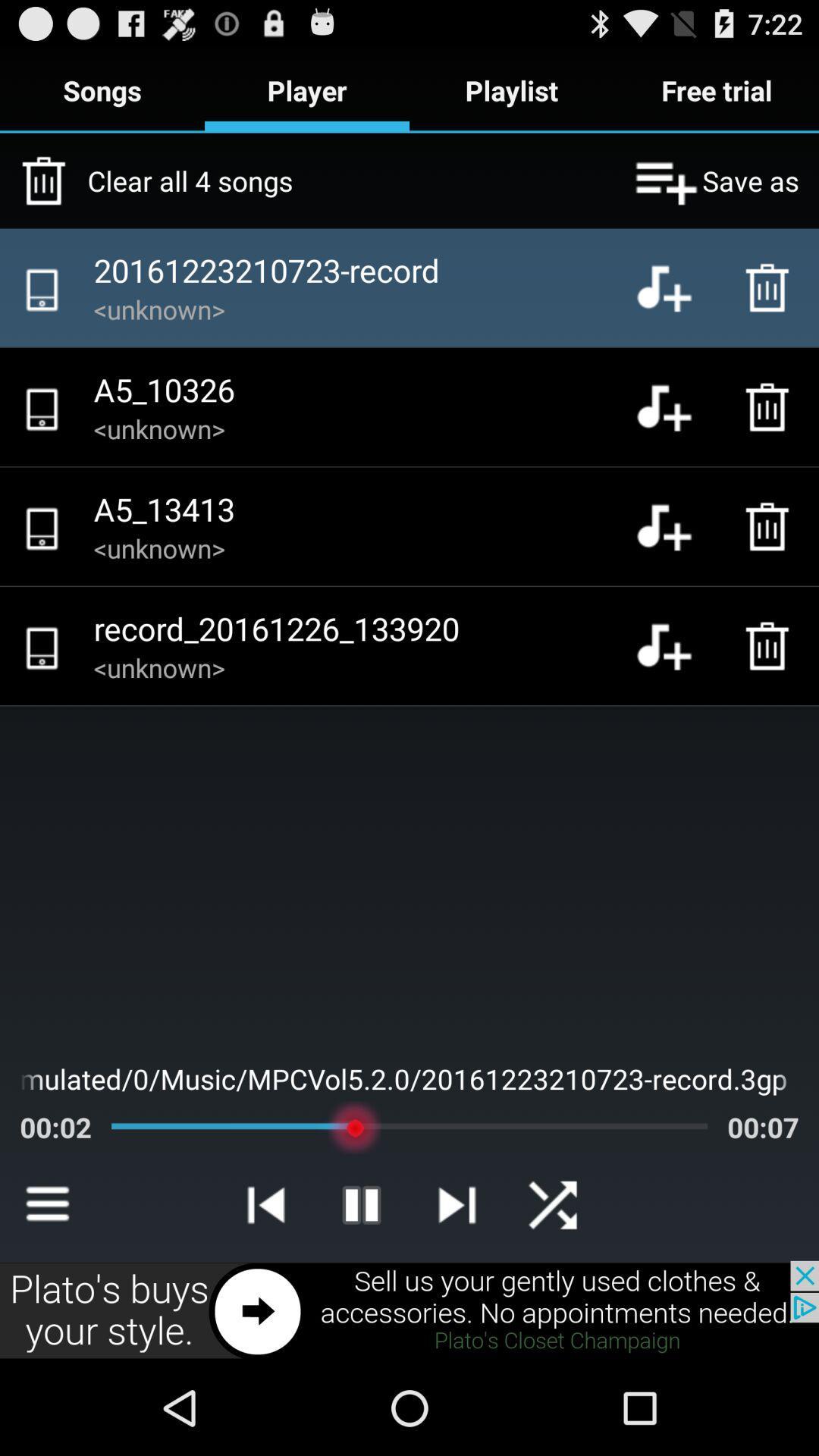 Image resolution: width=819 pixels, height=1456 pixels. I want to click on delete icon, so click(771, 287).